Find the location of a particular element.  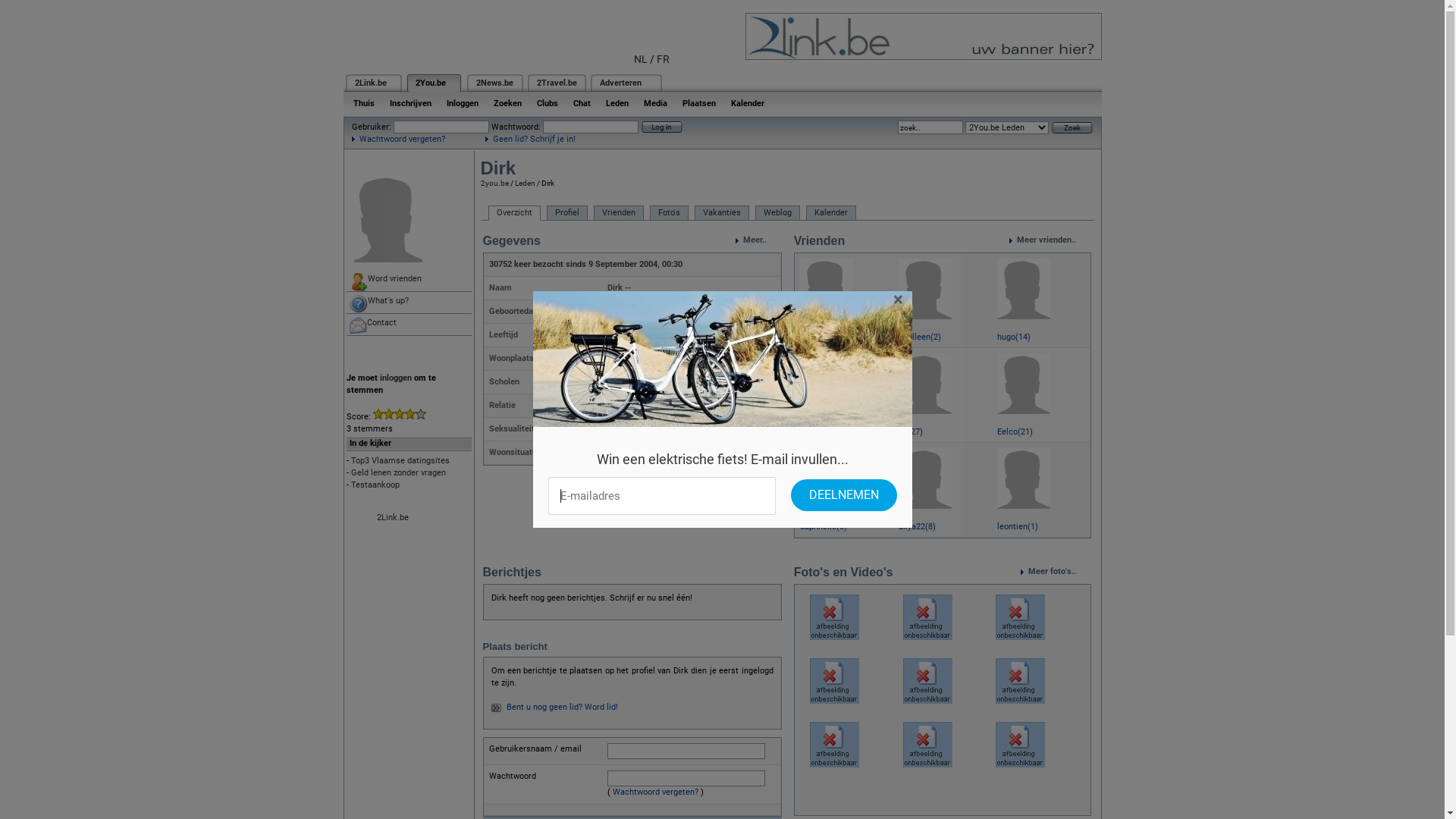

'Inloggen' is located at coordinates (461, 102).